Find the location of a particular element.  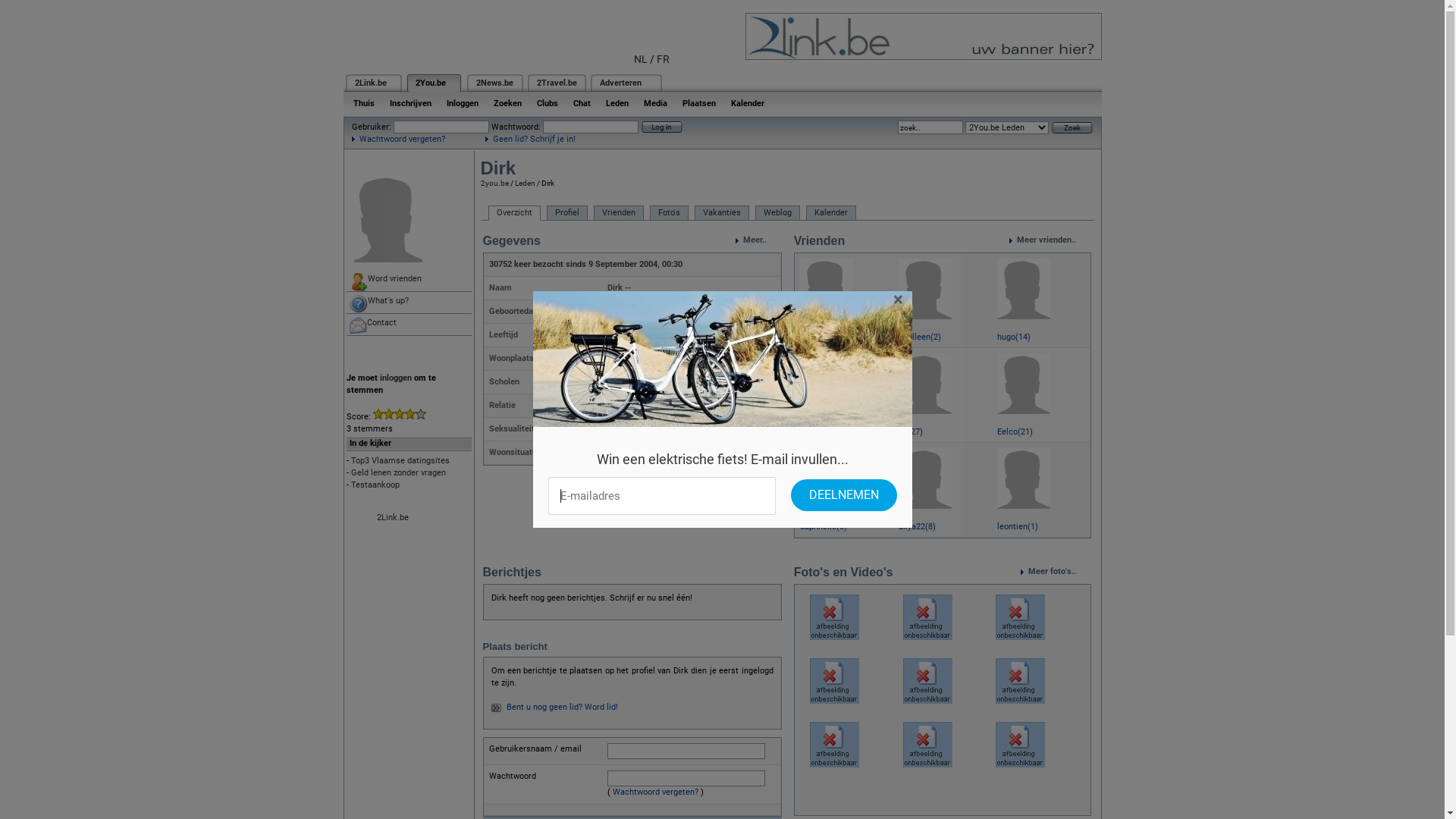

'Inloggen' is located at coordinates (461, 102).